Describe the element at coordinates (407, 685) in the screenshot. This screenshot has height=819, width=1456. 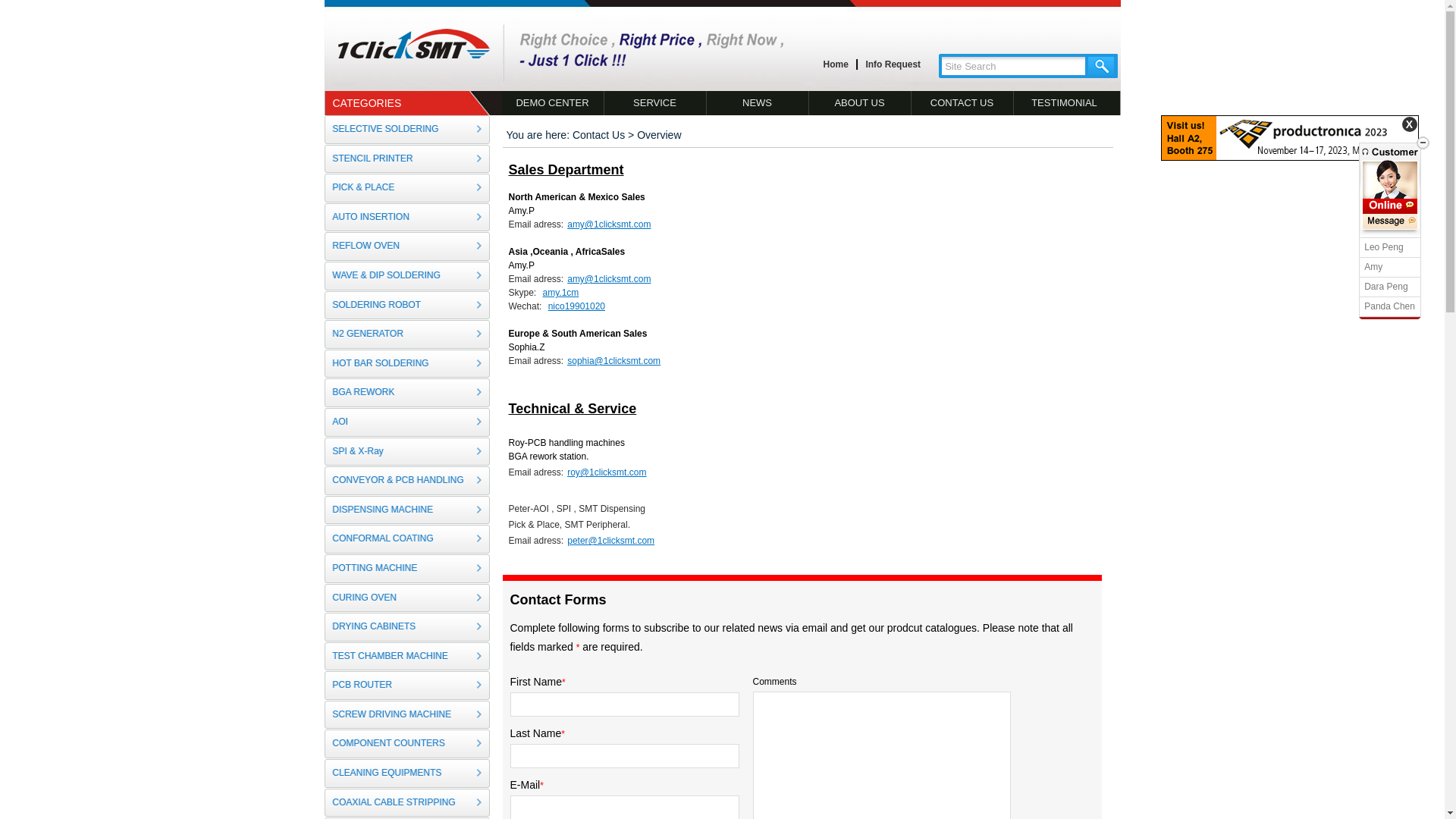
I see `'PCB ROUTER'` at that location.